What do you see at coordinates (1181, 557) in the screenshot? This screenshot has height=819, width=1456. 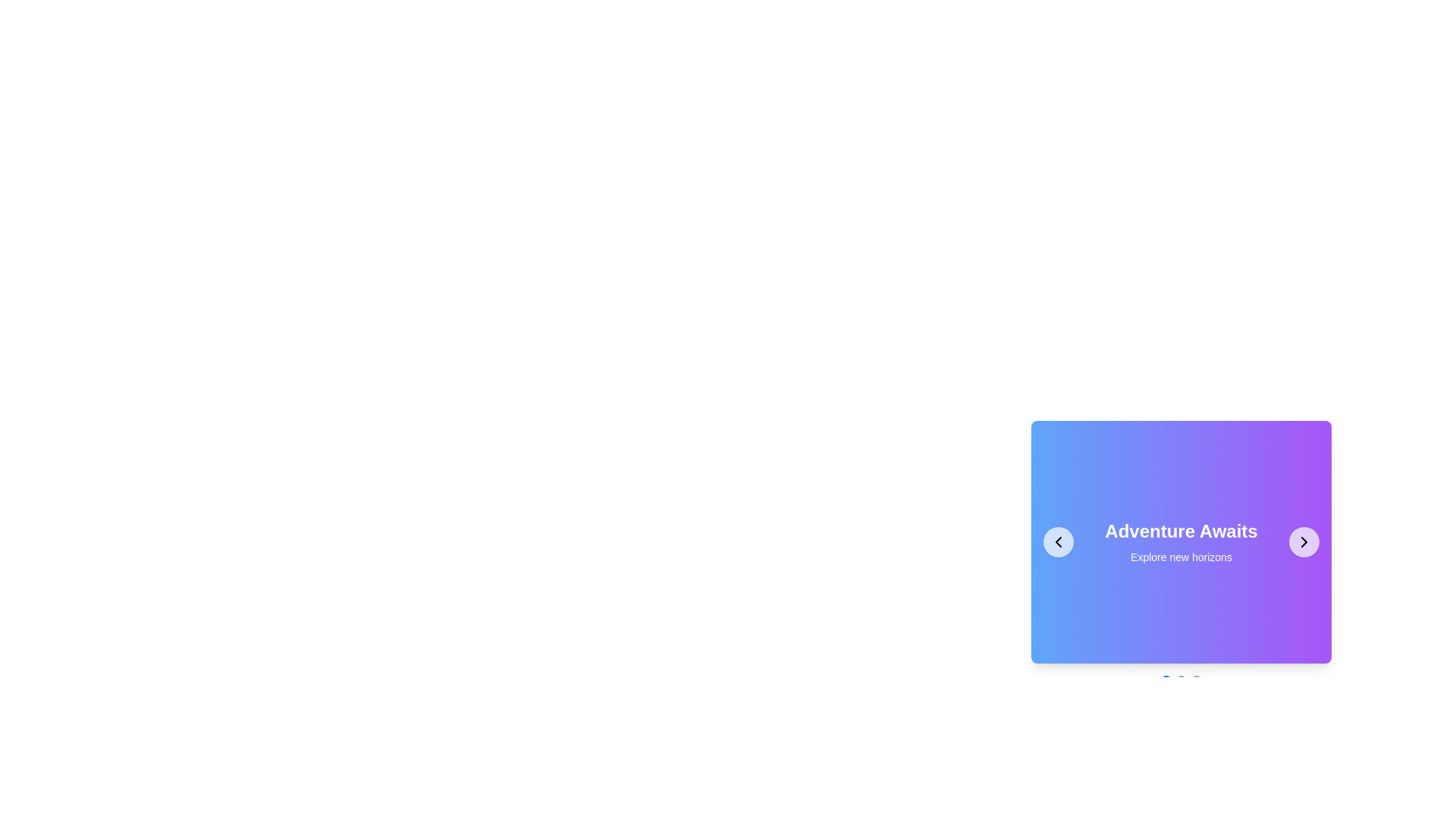 I see `the Text Label located below the title 'Adventure Awaits' in the carousel section, which enhances the visual theme with descriptive or inspirational text` at bounding box center [1181, 557].